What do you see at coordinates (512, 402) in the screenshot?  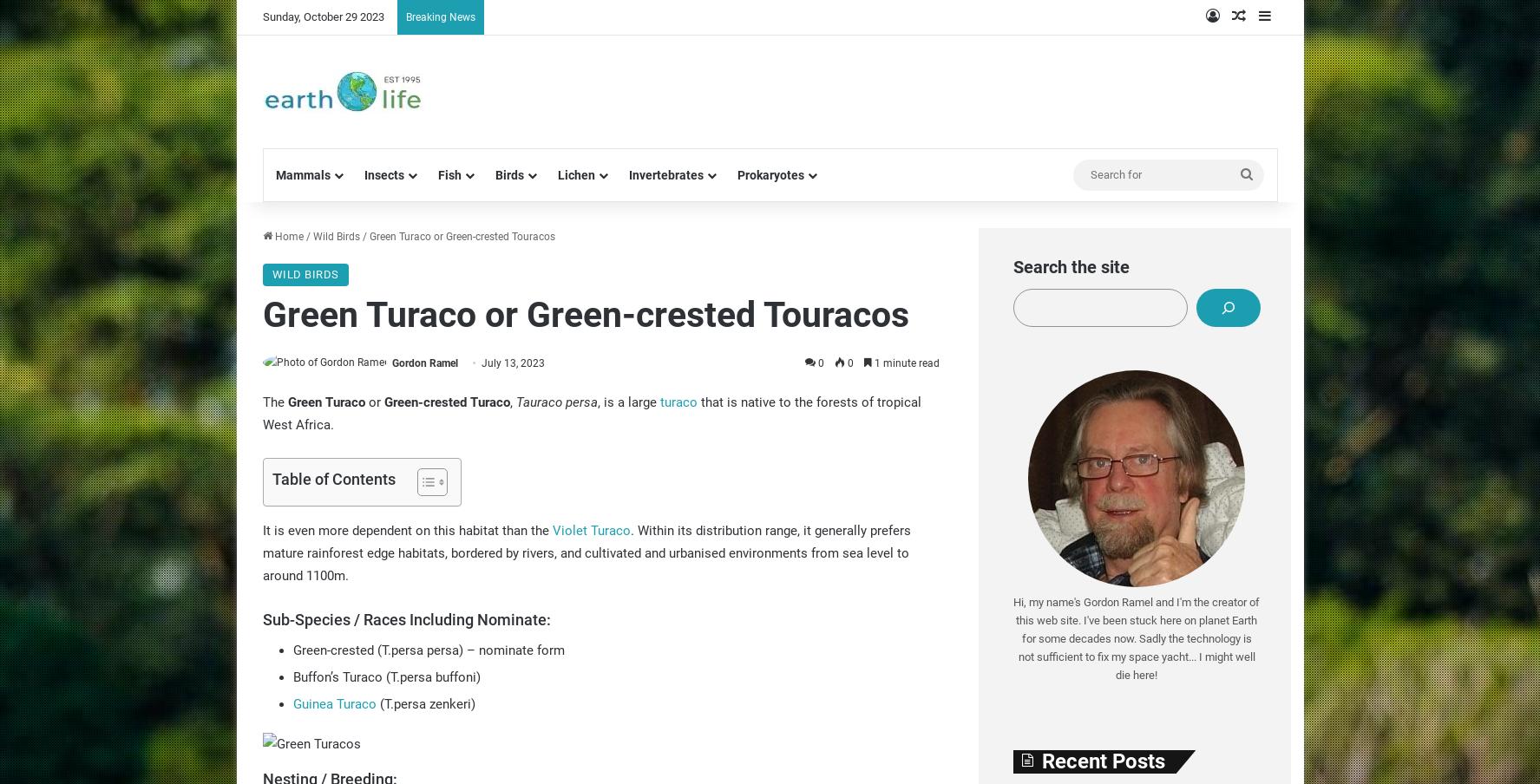 I see `','` at bounding box center [512, 402].